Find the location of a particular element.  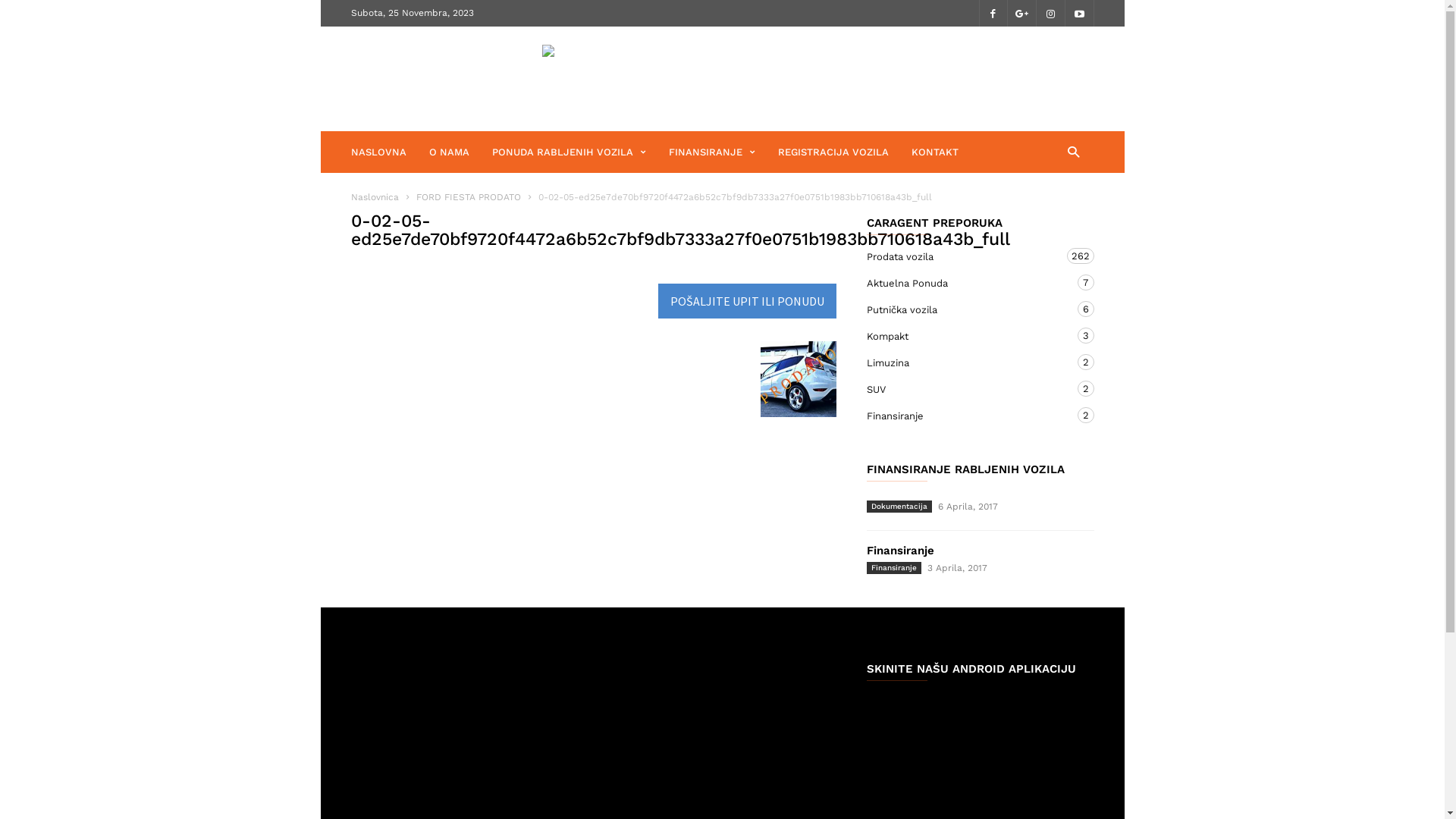

'FINANSIRANJE RABLJENIH VOZILA' is located at coordinates (866, 469).